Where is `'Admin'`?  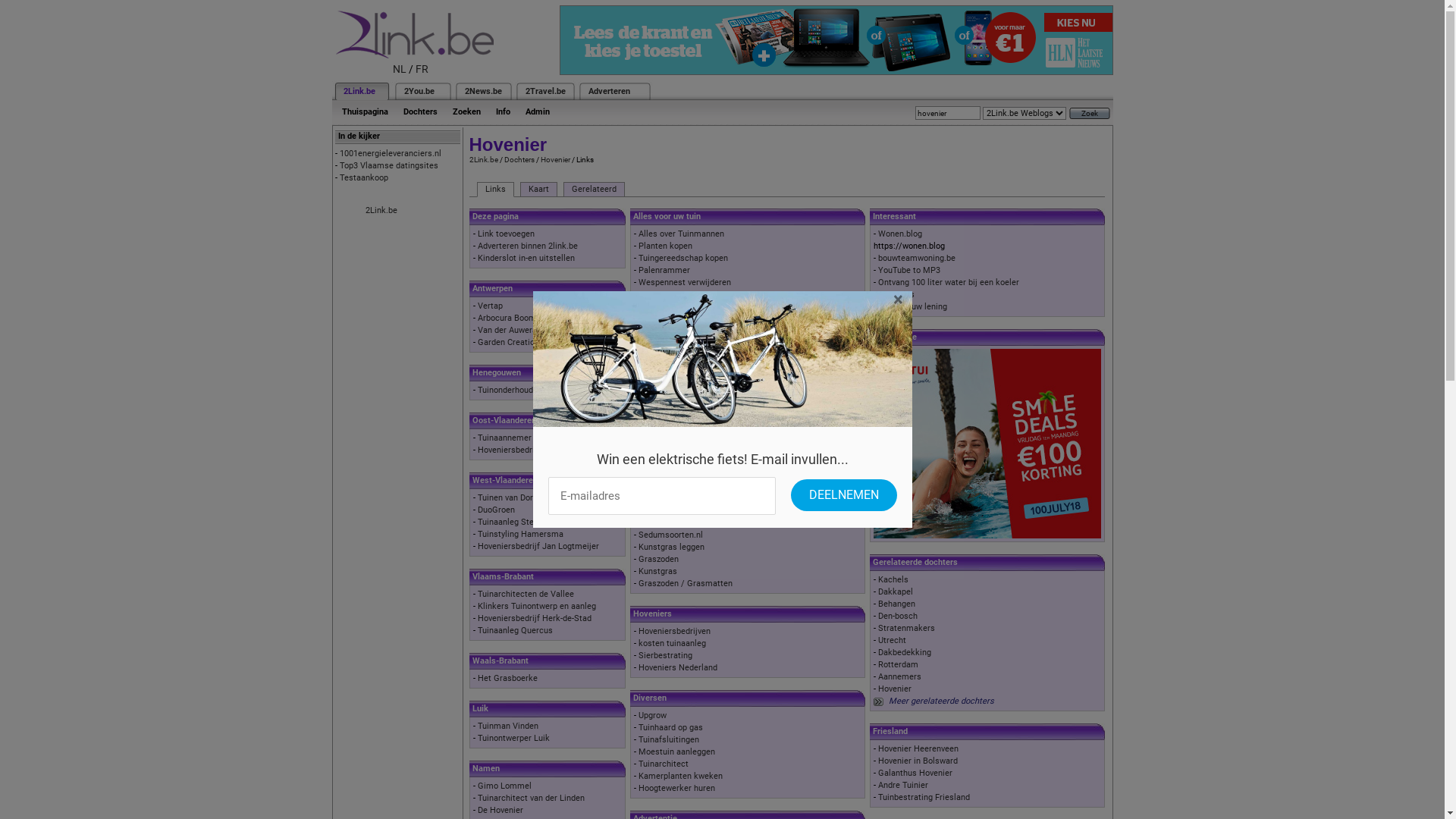 'Admin' is located at coordinates (537, 111).